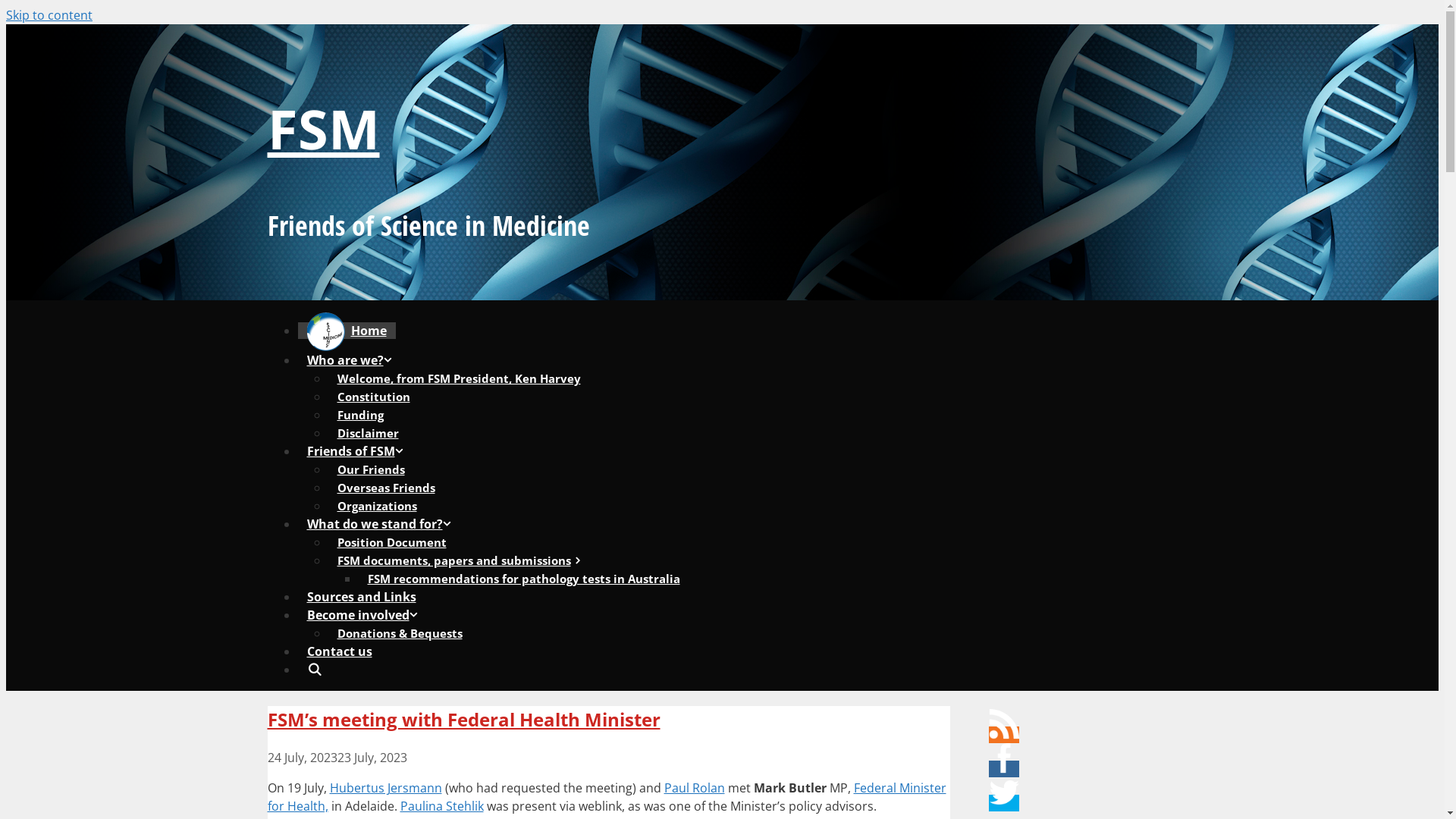  I want to click on 'Constitution', so click(372, 396).